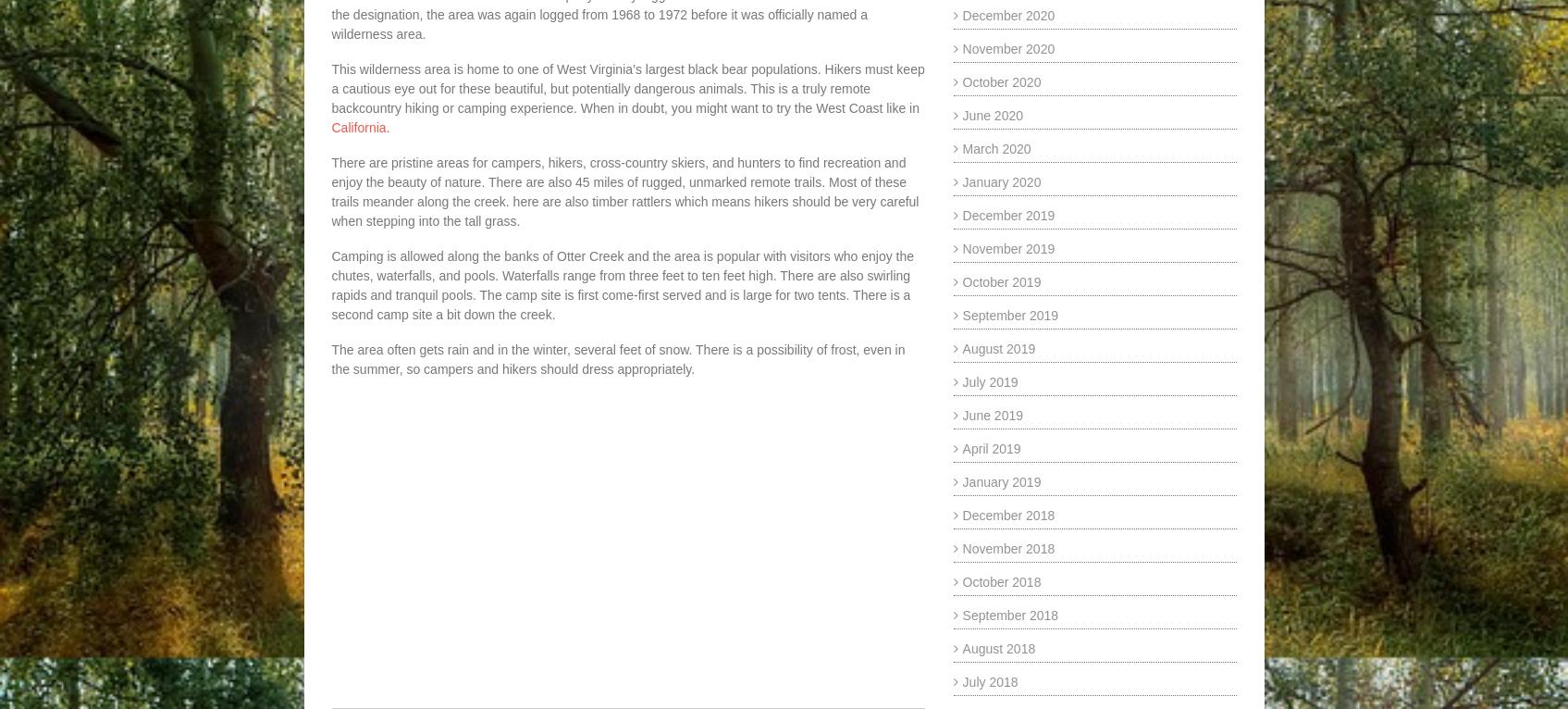 This screenshot has height=709, width=1568. I want to click on 'September 2019', so click(1009, 315).